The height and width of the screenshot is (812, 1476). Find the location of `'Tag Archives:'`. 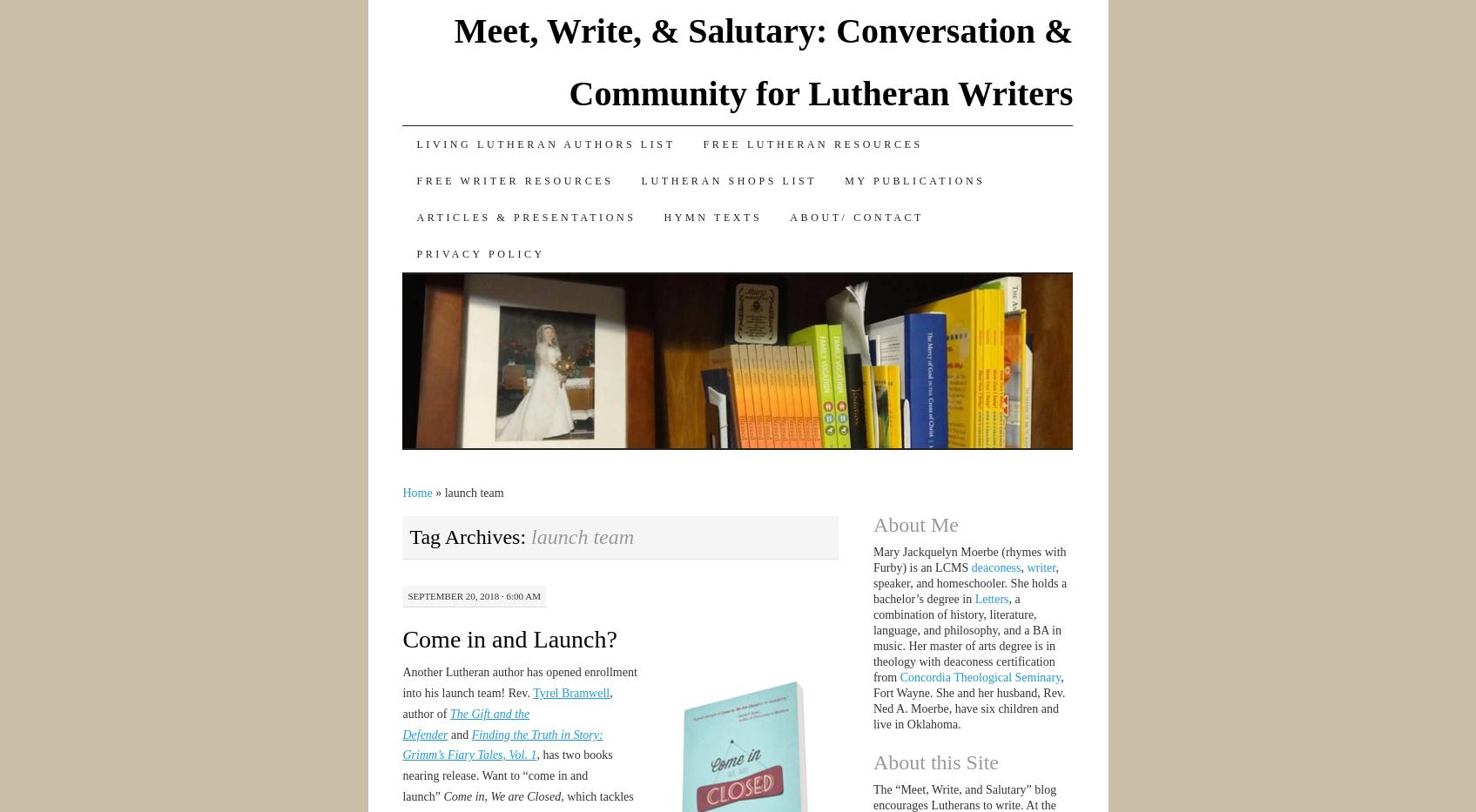

'Tag Archives:' is located at coordinates (470, 536).